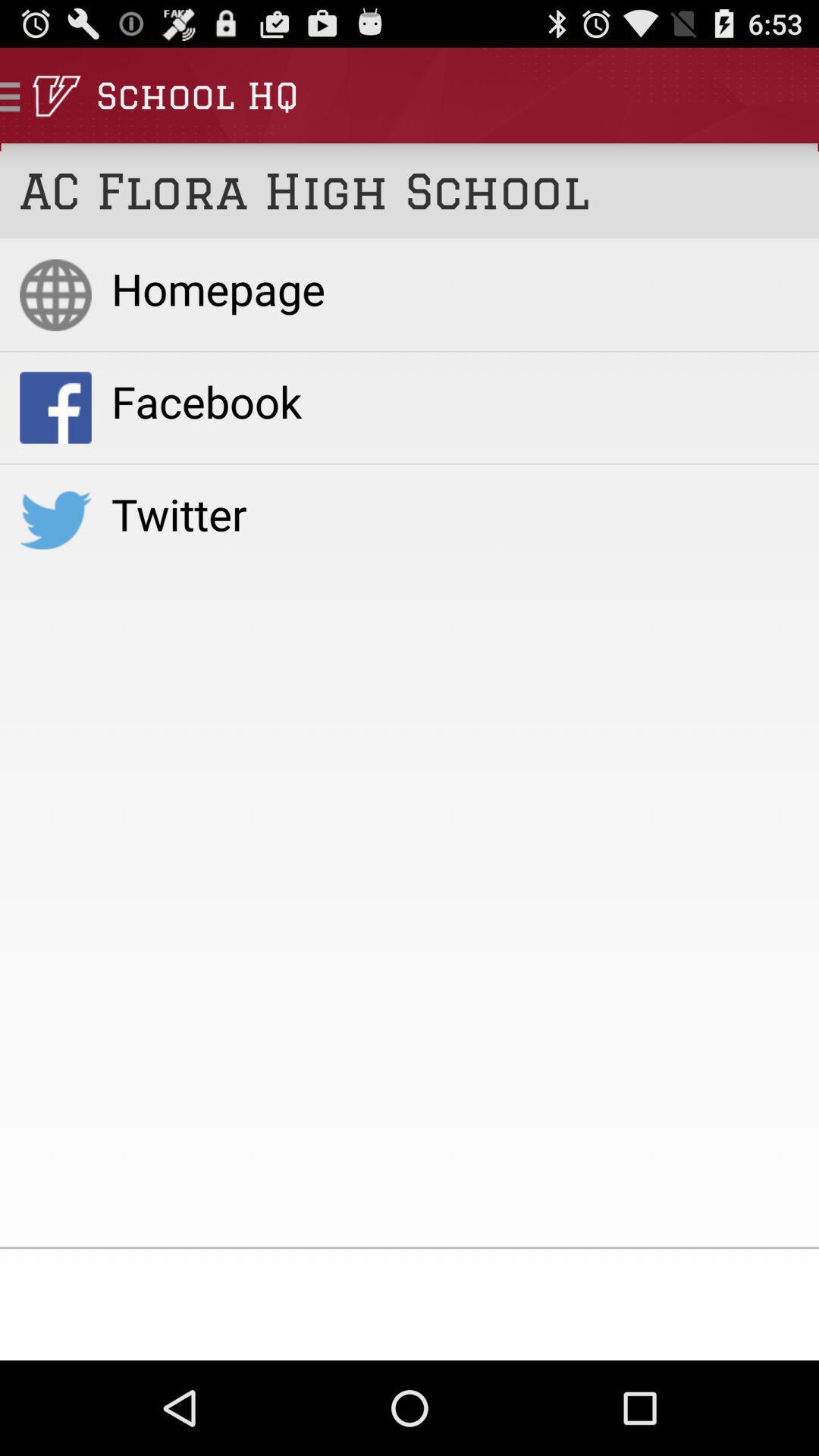  What do you see at coordinates (454, 401) in the screenshot?
I see `the item below homepage` at bounding box center [454, 401].